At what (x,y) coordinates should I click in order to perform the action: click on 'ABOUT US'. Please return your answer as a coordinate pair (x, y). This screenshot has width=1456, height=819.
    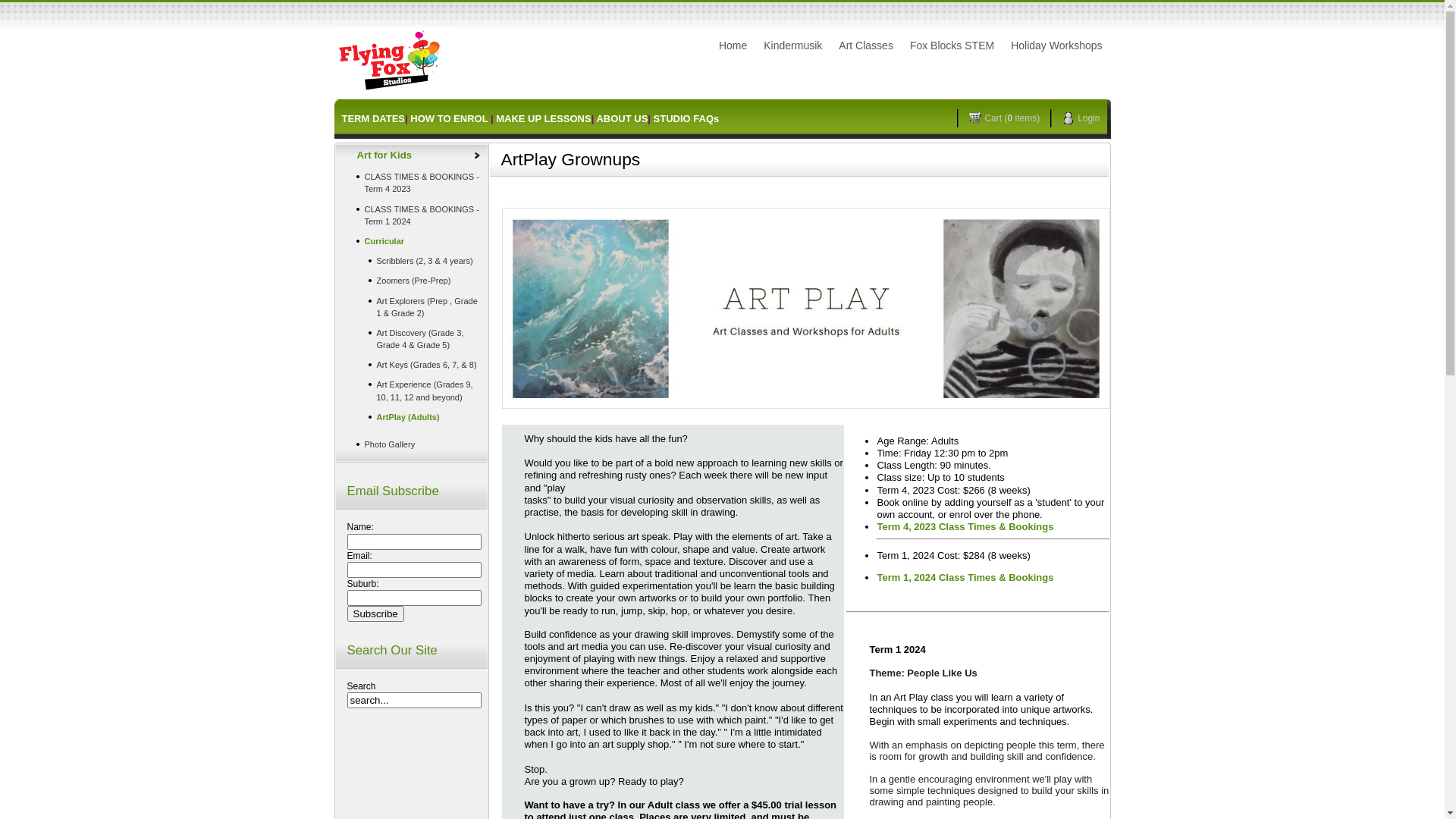
    Looking at the image, I should click on (622, 118).